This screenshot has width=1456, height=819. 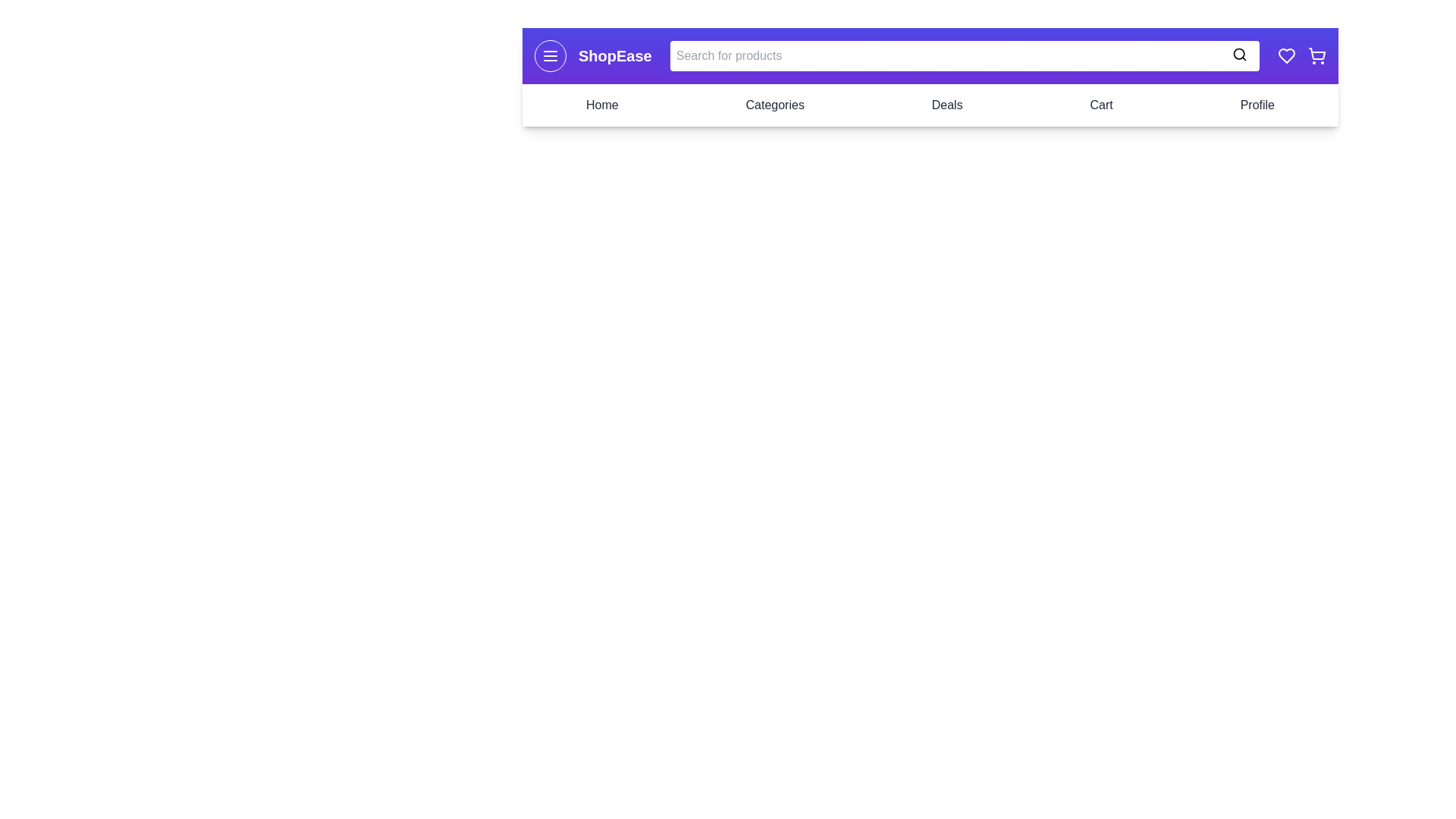 I want to click on the navigation link Deals to navigate to the respective section, so click(x=946, y=104).